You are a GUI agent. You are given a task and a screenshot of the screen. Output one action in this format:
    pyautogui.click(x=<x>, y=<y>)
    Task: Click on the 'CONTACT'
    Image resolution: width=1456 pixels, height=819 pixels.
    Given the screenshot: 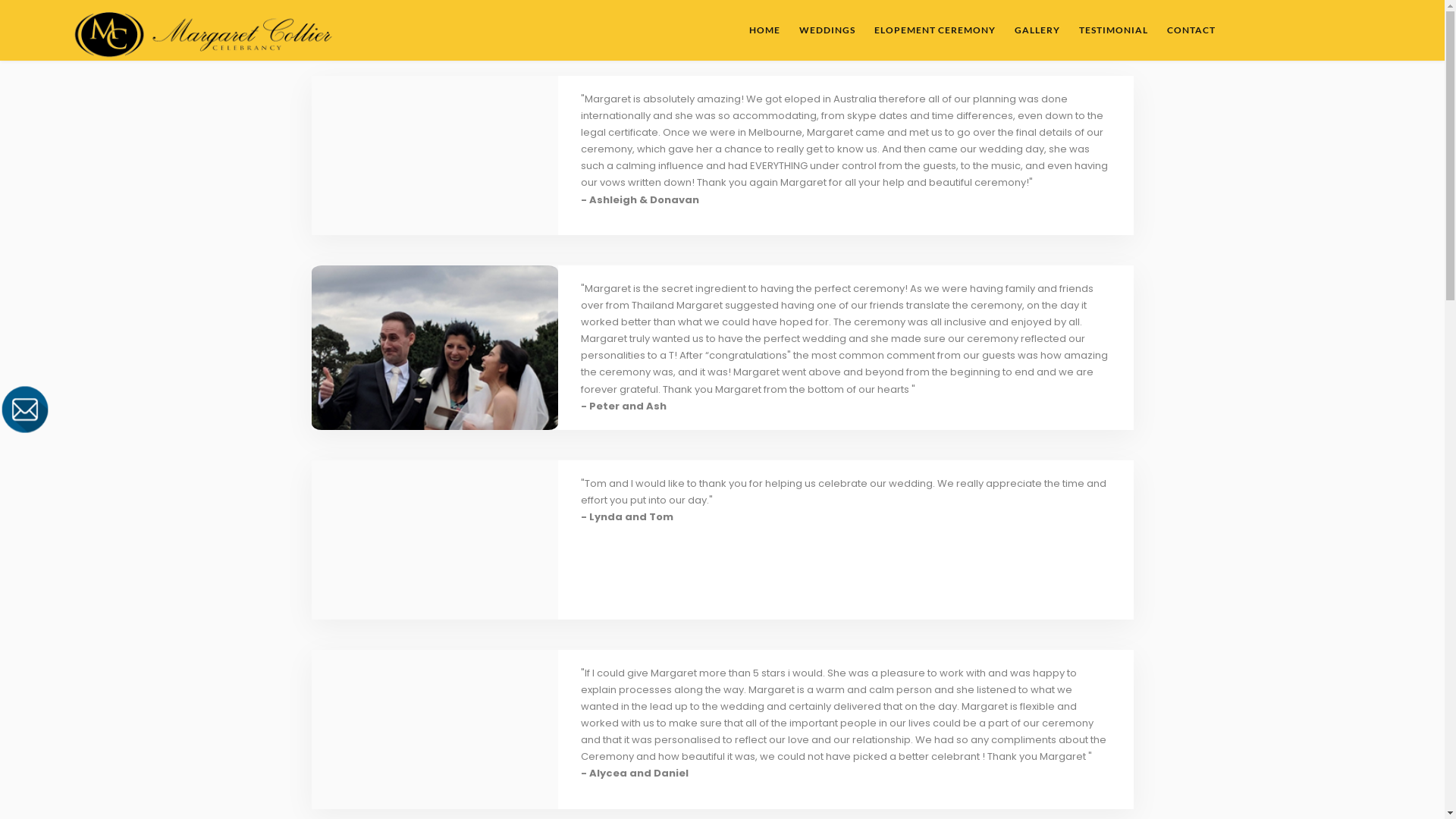 What is the action you would take?
    pyautogui.click(x=1166, y=30)
    